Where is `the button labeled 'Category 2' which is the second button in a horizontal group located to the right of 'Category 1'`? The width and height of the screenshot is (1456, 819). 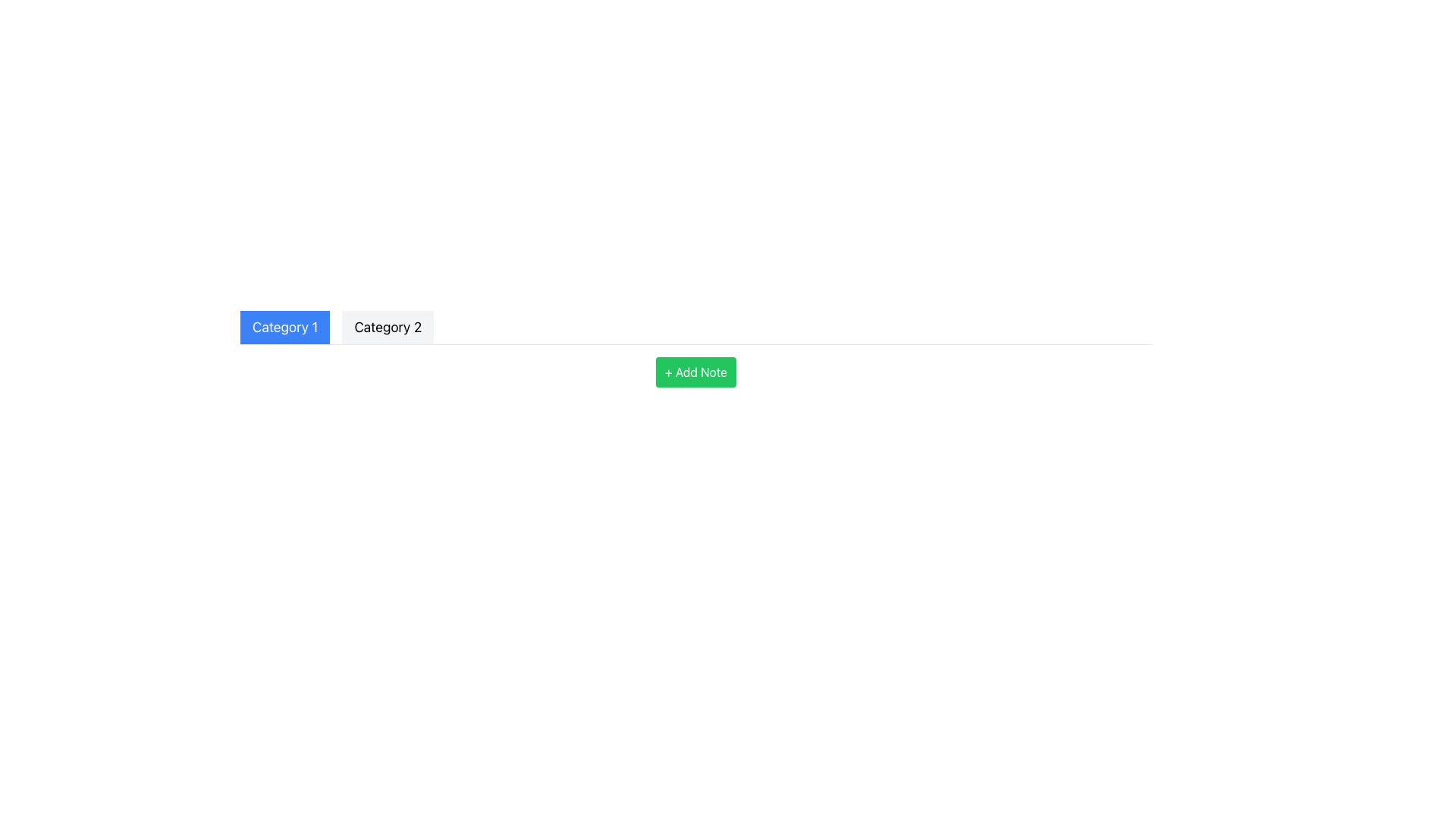
the button labeled 'Category 2' which is the second button in a horizontal group located to the right of 'Category 1' is located at coordinates (388, 327).